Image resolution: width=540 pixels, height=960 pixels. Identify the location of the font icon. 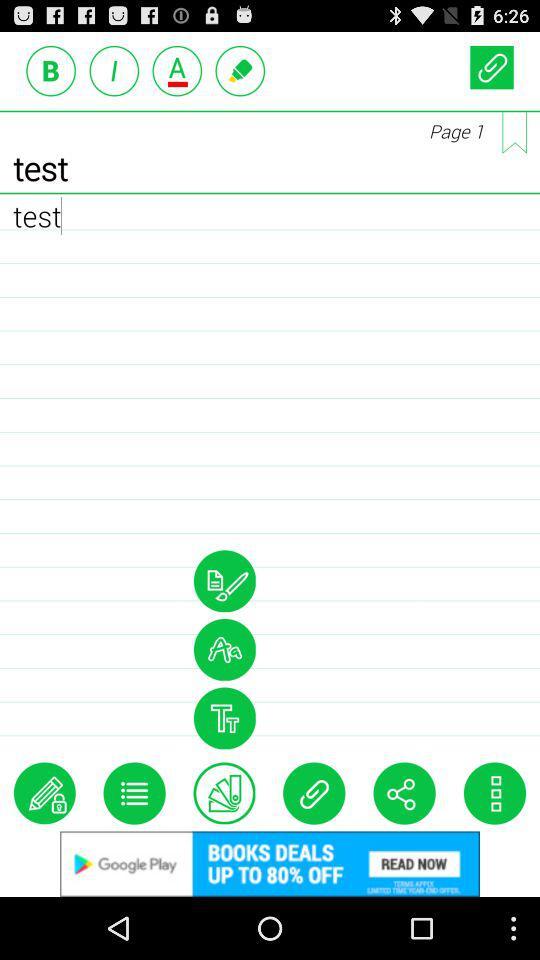
(223, 767).